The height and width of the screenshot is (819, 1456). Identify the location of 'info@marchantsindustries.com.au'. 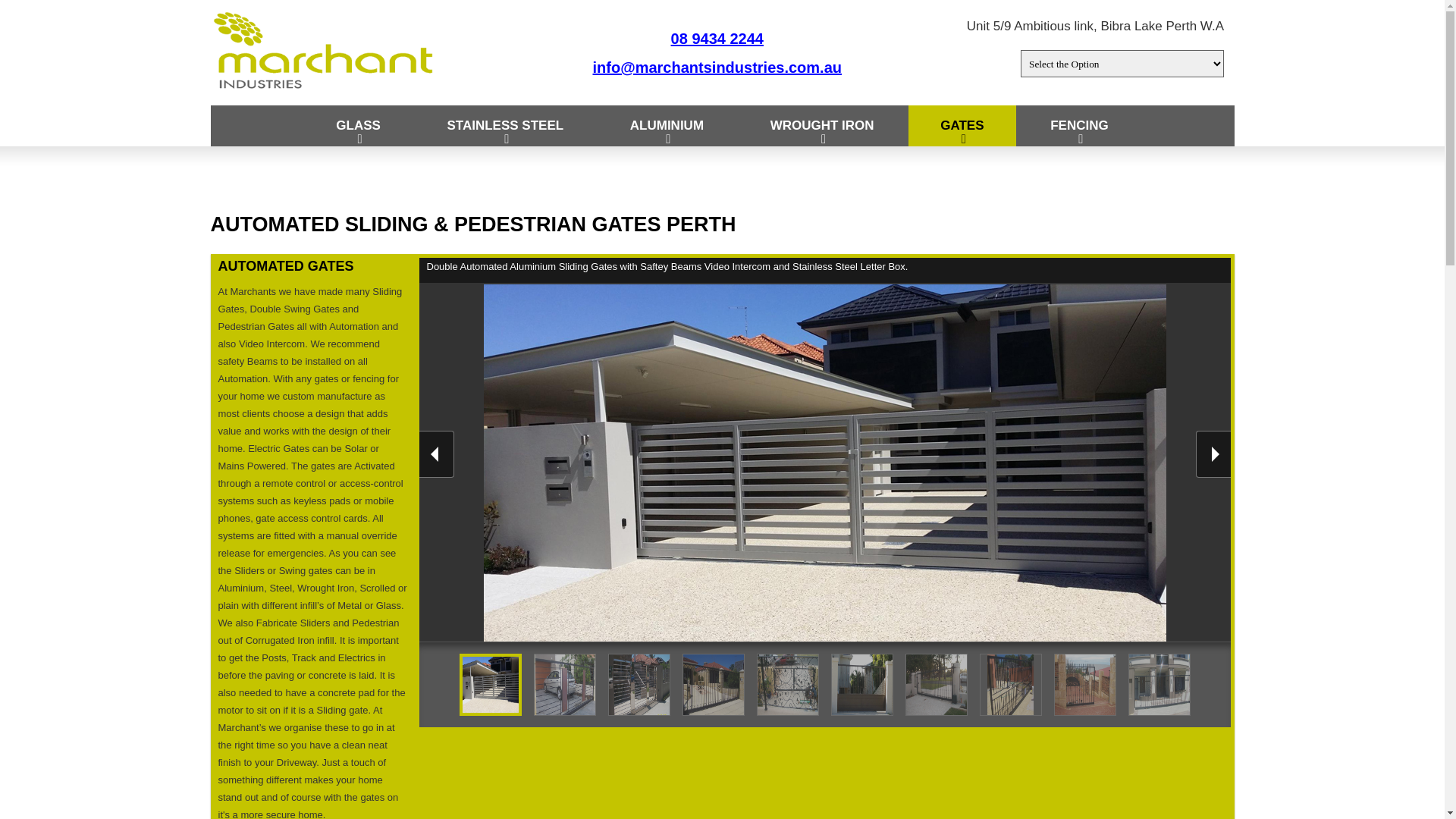
(716, 66).